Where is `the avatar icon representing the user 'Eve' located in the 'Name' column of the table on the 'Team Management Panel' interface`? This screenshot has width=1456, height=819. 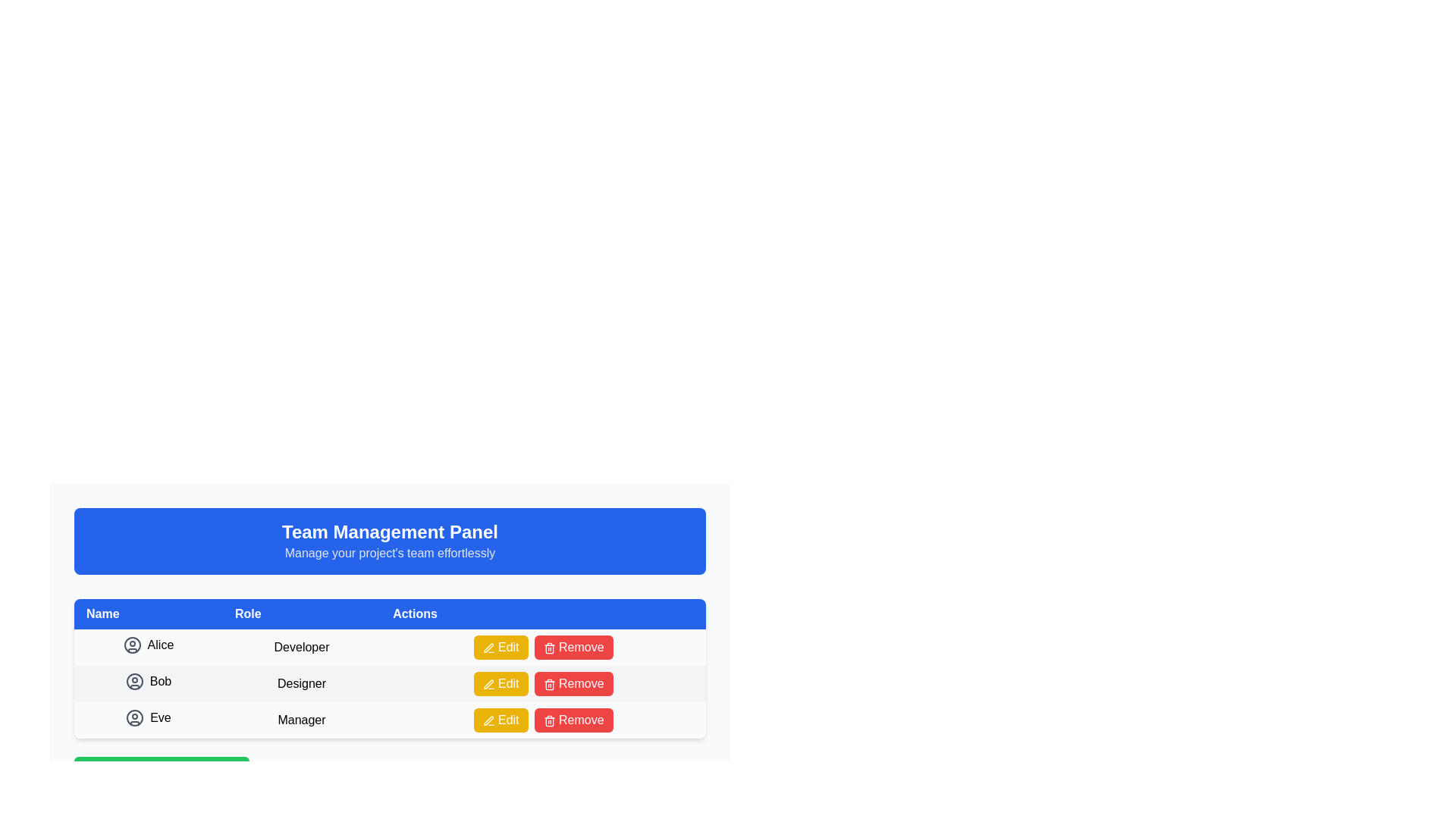
the avatar icon representing the user 'Eve' located in the 'Name' column of the table on the 'Team Management Panel' interface is located at coordinates (135, 717).